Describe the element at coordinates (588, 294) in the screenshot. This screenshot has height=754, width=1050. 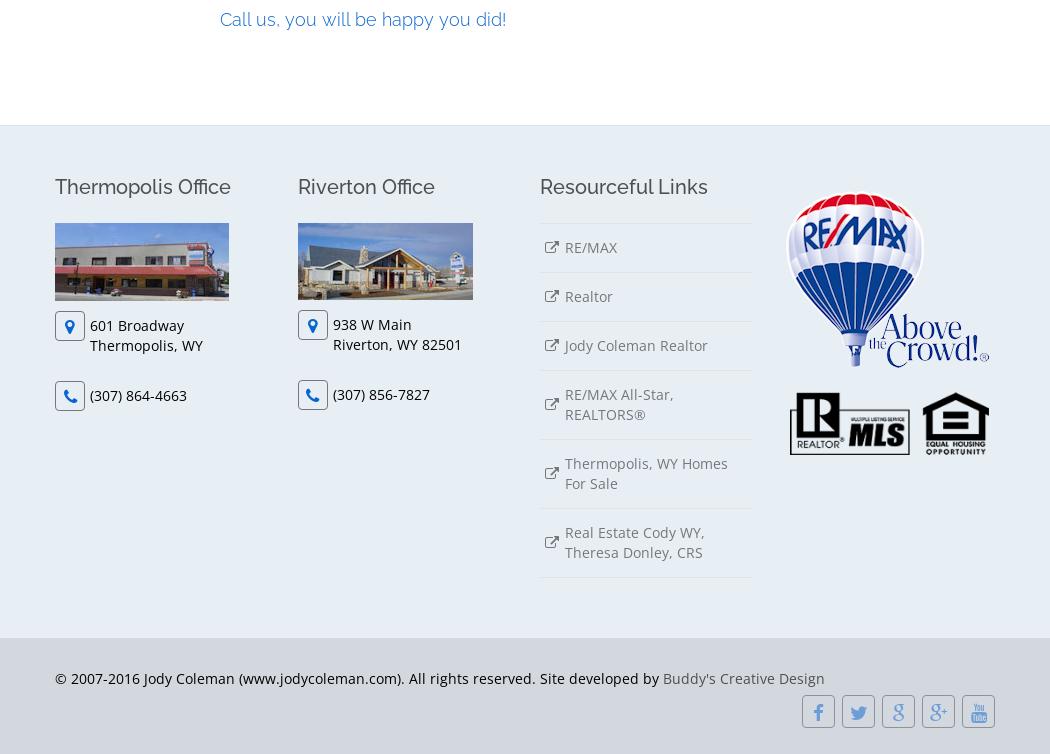
I see `'Realtor'` at that location.